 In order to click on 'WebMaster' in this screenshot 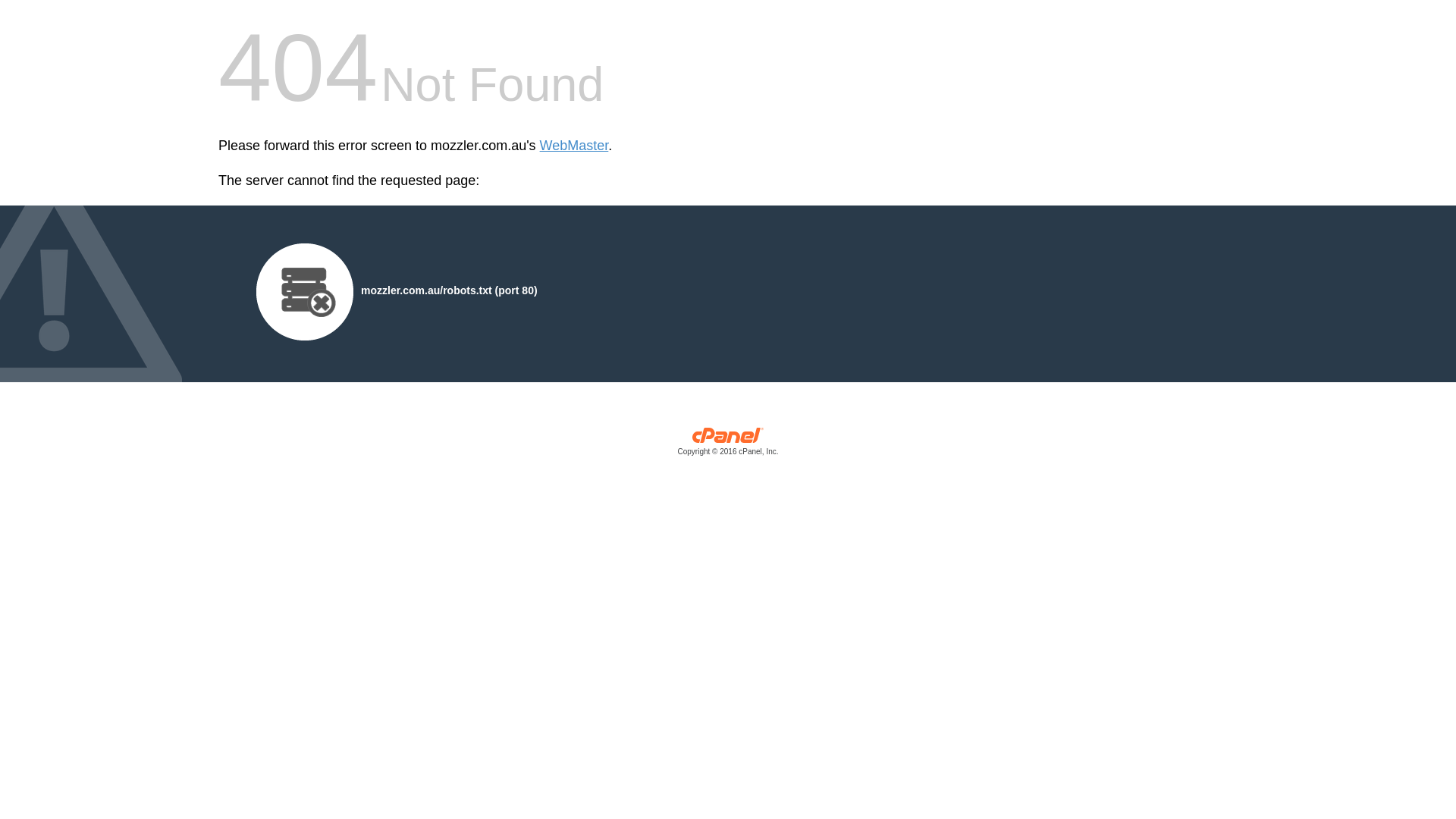, I will do `click(573, 146)`.